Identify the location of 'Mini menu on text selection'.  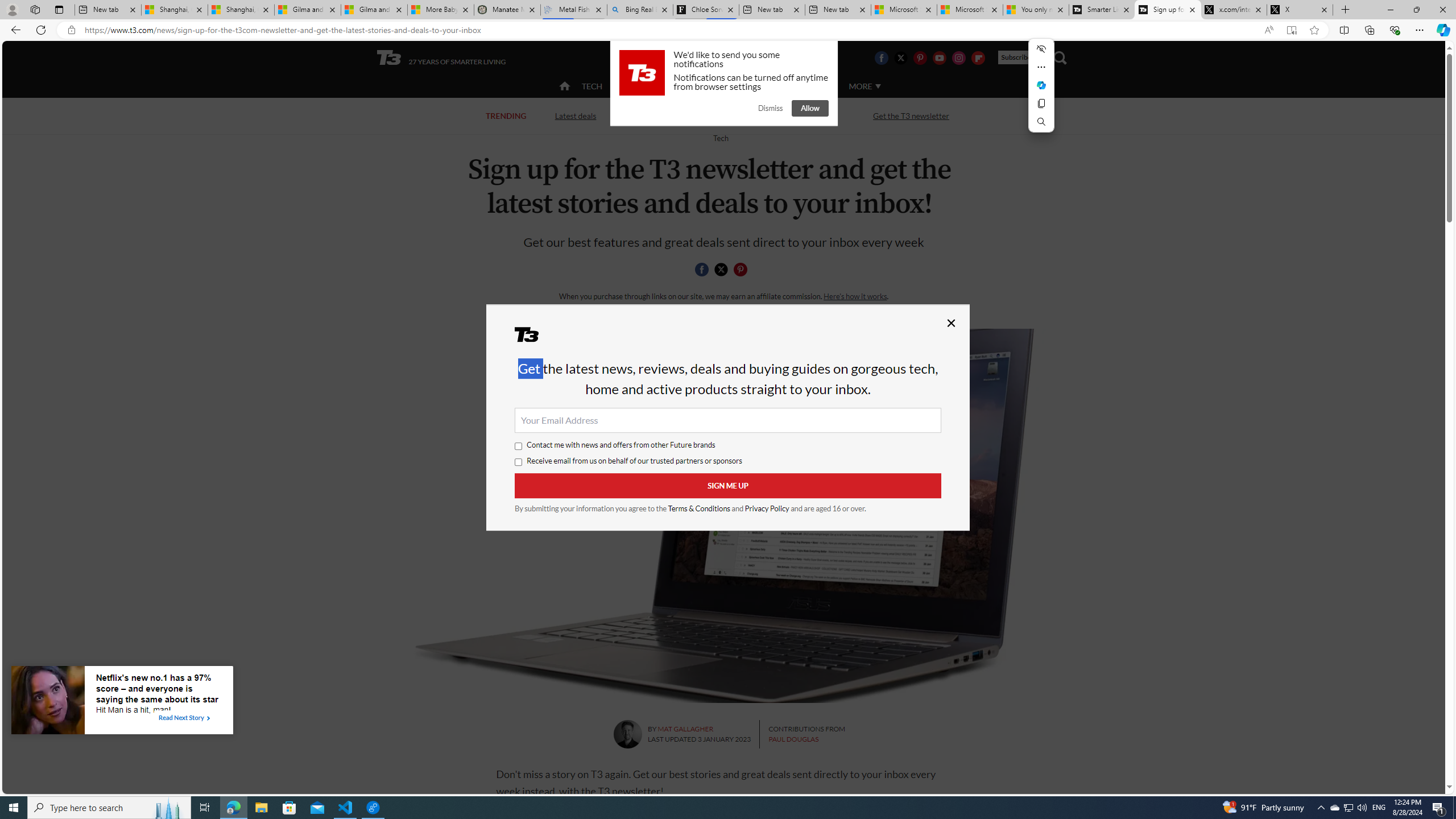
(1041, 85).